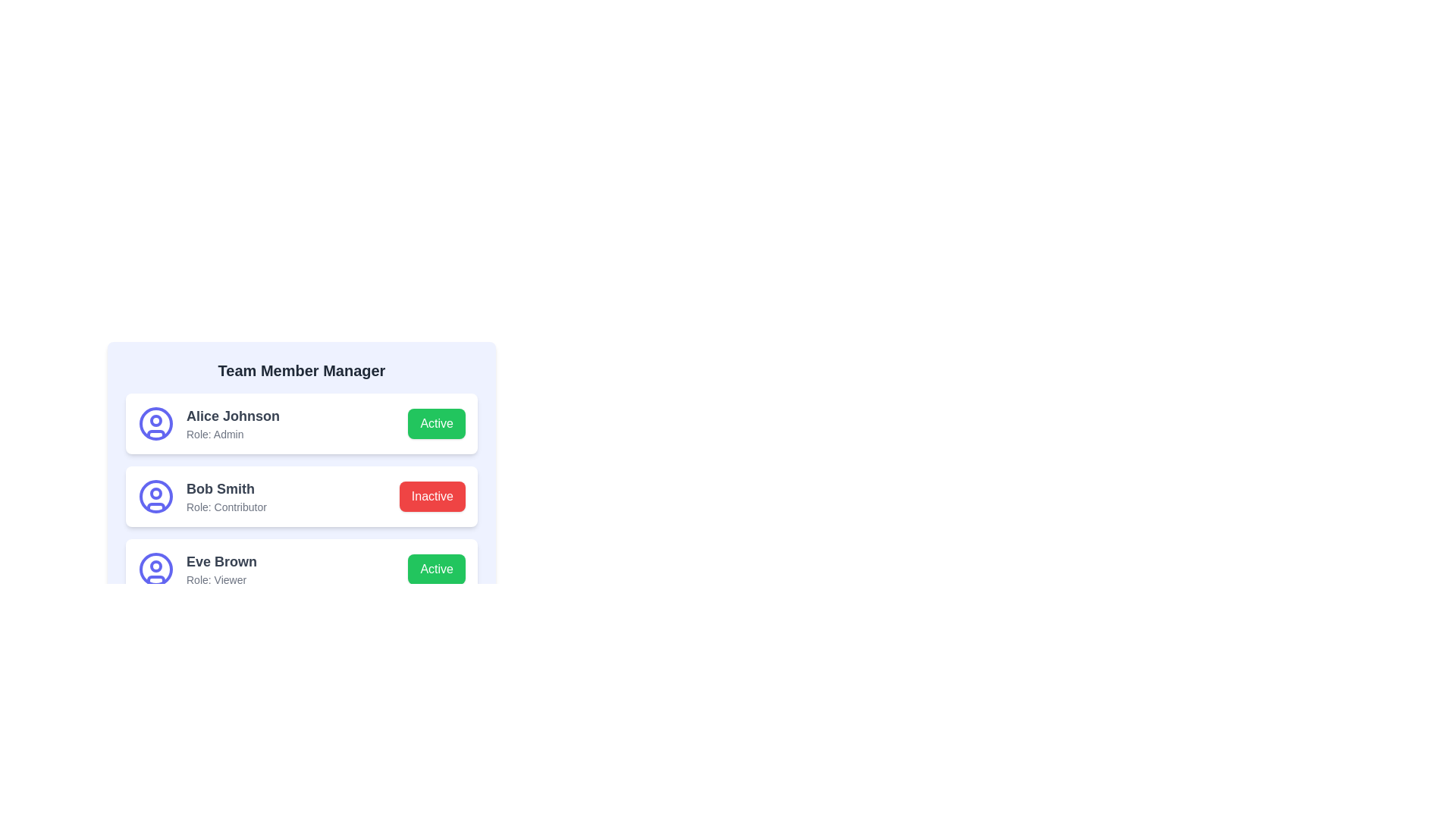 Image resolution: width=1456 pixels, height=819 pixels. What do you see at coordinates (156, 497) in the screenshot?
I see `the circular user icon with a blue outline located to the left of the text 'Bob Smith' in the team members list` at bounding box center [156, 497].